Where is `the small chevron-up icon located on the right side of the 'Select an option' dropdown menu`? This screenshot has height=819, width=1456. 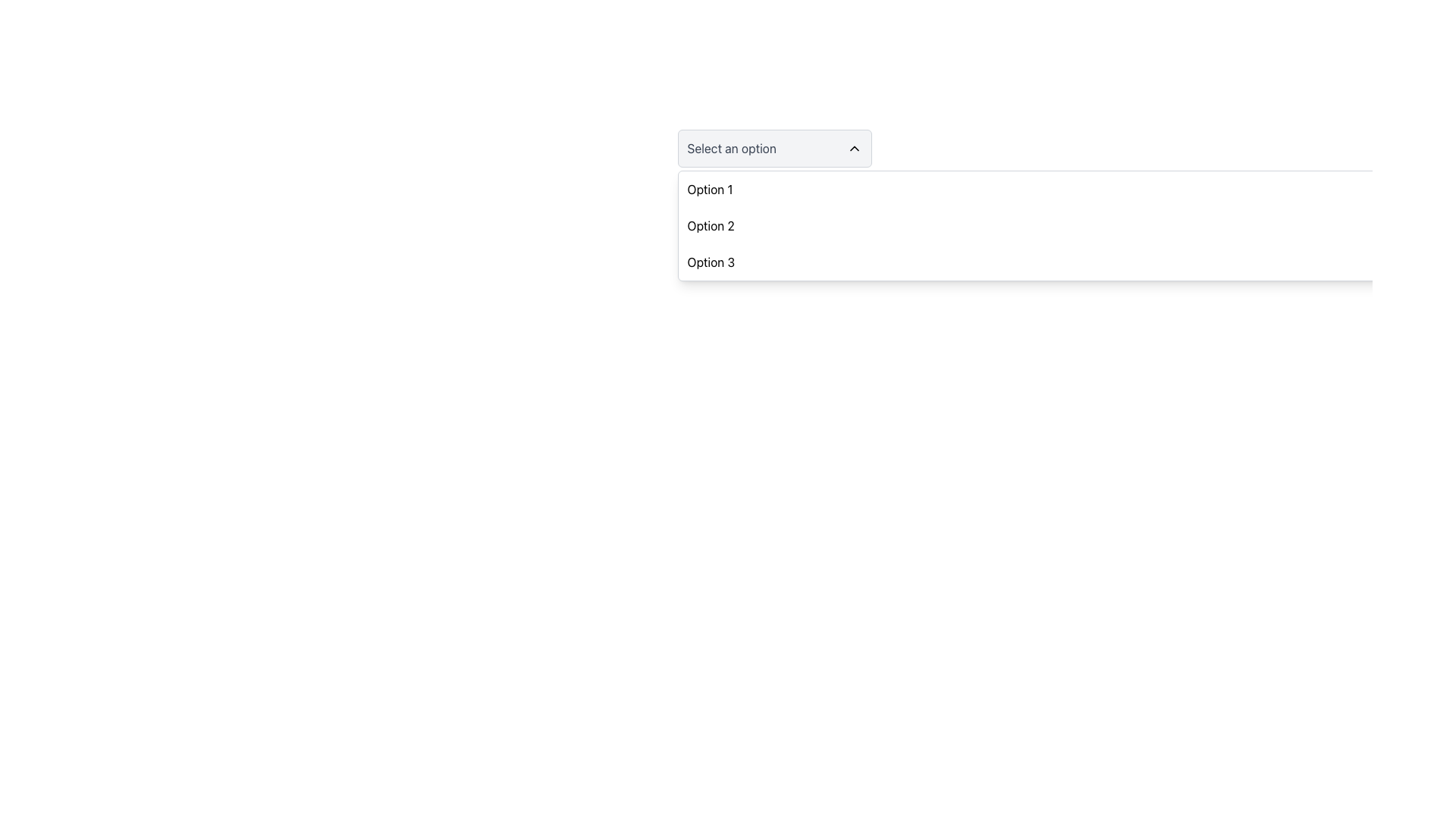
the small chevron-up icon located on the right side of the 'Select an option' dropdown menu is located at coordinates (854, 149).